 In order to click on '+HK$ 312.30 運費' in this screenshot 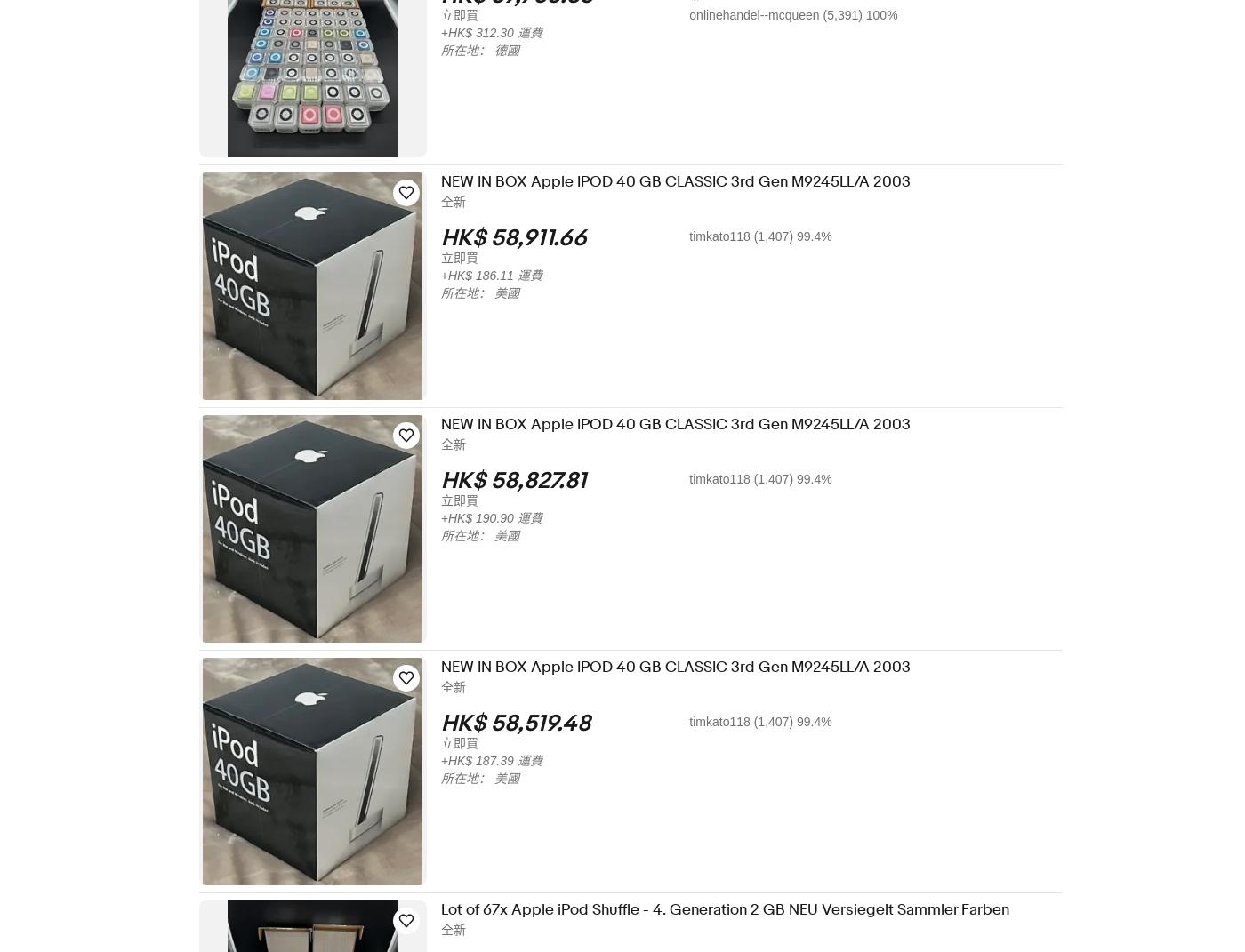, I will do `click(503, 31)`.